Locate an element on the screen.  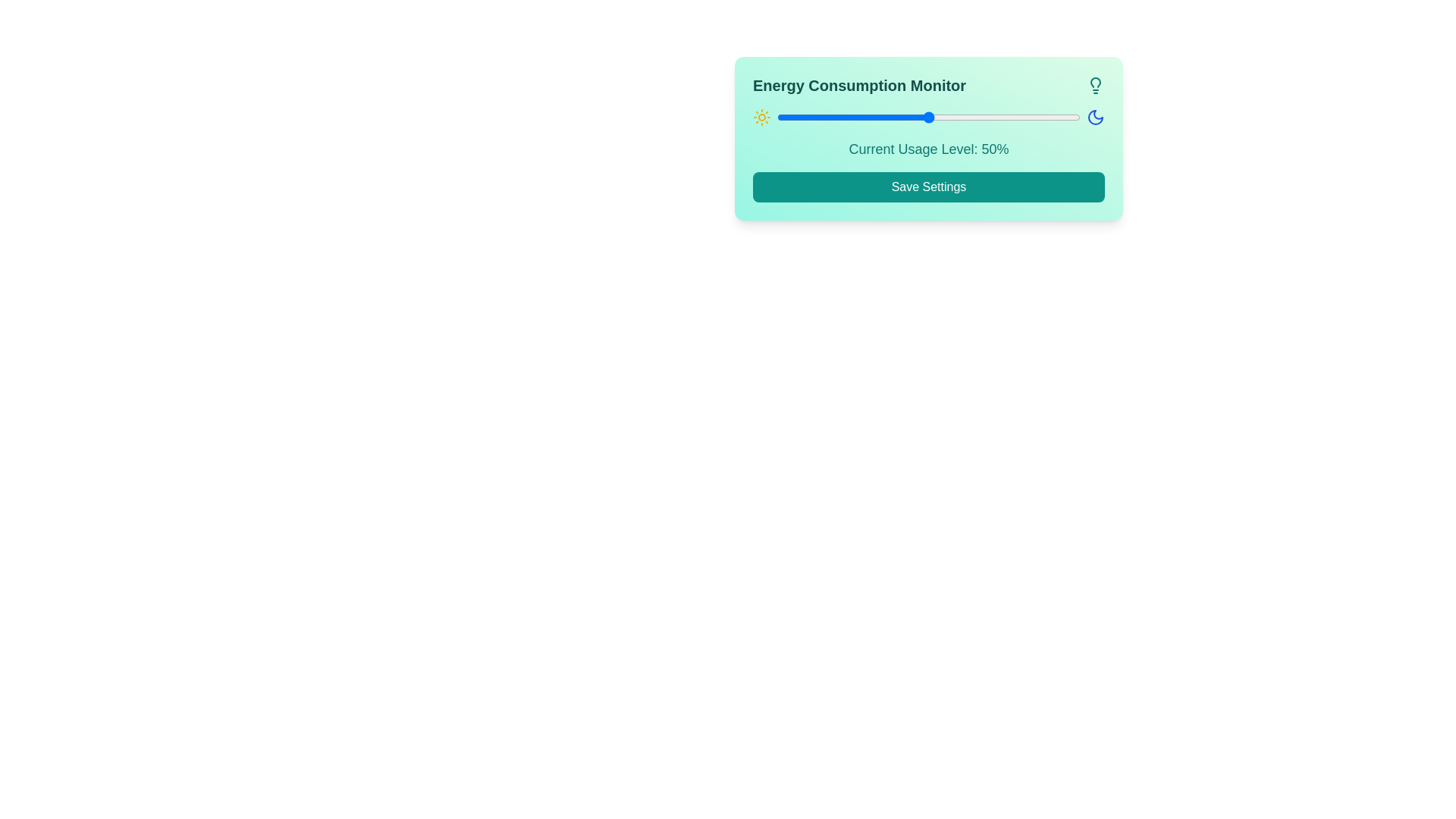
the slider to set the energy usage level to 64% is located at coordinates (971, 116).